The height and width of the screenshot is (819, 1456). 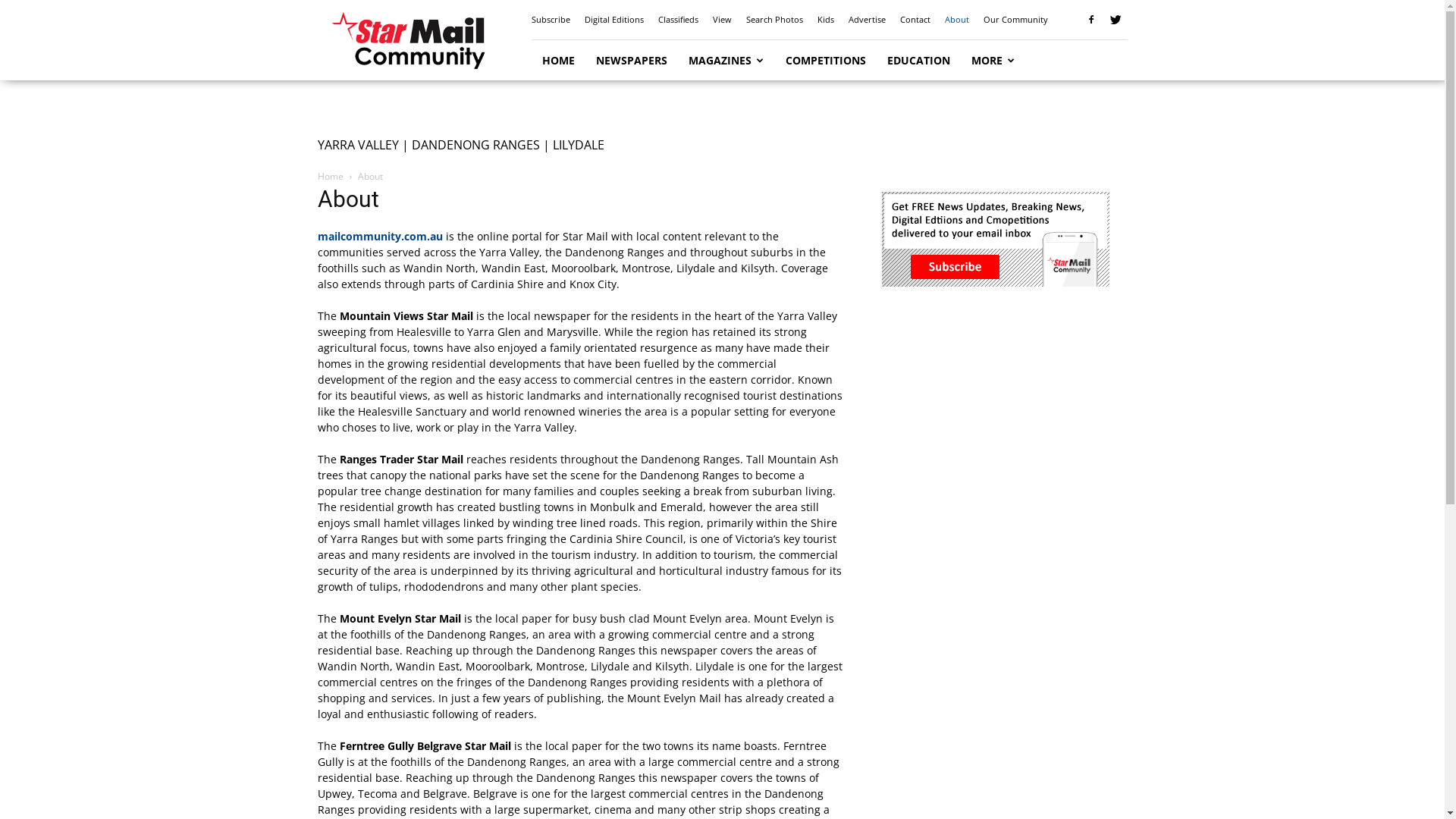 What do you see at coordinates (825, 59) in the screenshot?
I see `'COMPETITIONS'` at bounding box center [825, 59].